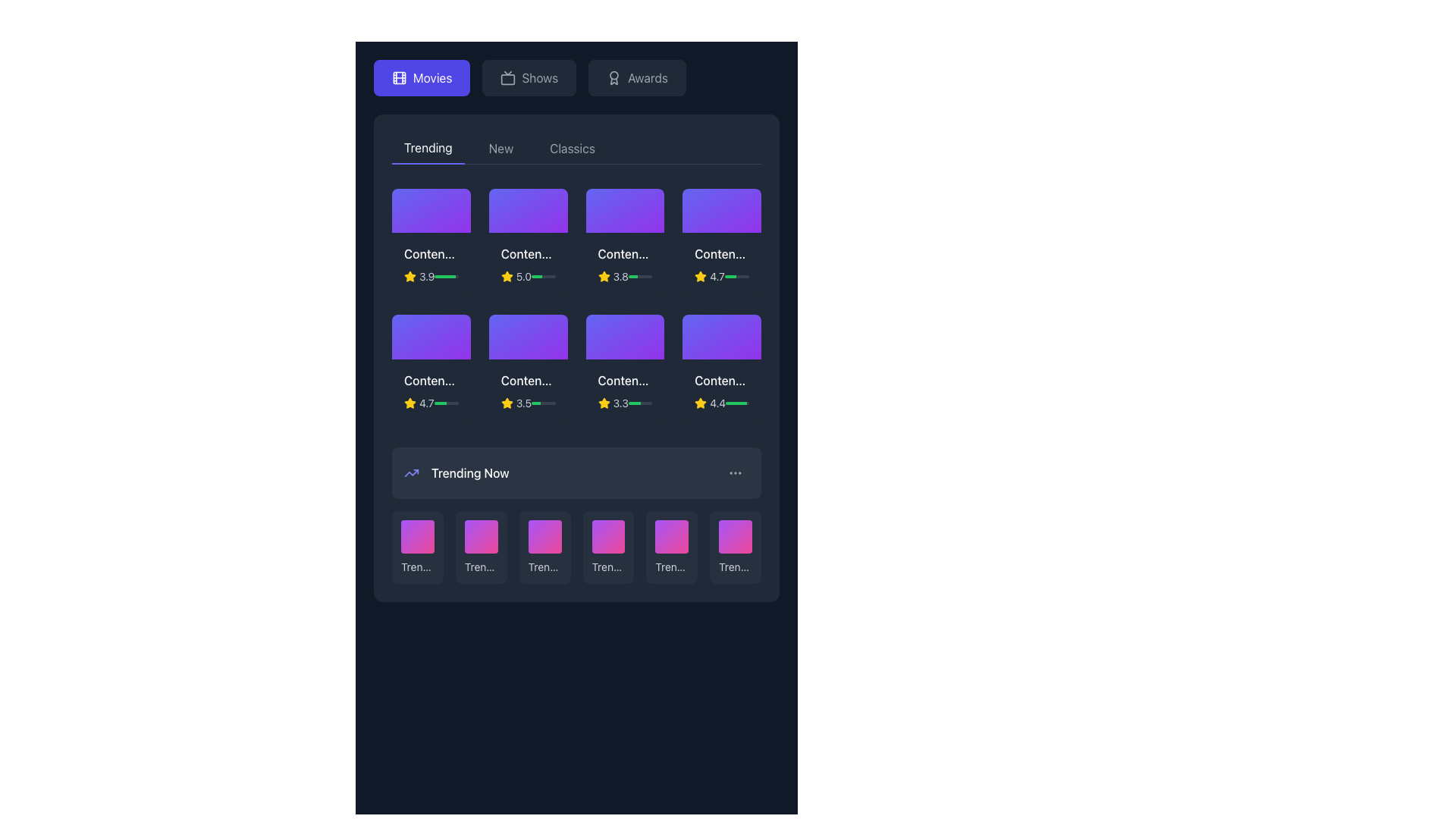 The width and height of the screenshot is (1456, 819). What do you see at coordinates (637, 78) in the screenshot?
I see `the 'Awards' button in the top bar navigation menu` at bounding box center [637, 78].